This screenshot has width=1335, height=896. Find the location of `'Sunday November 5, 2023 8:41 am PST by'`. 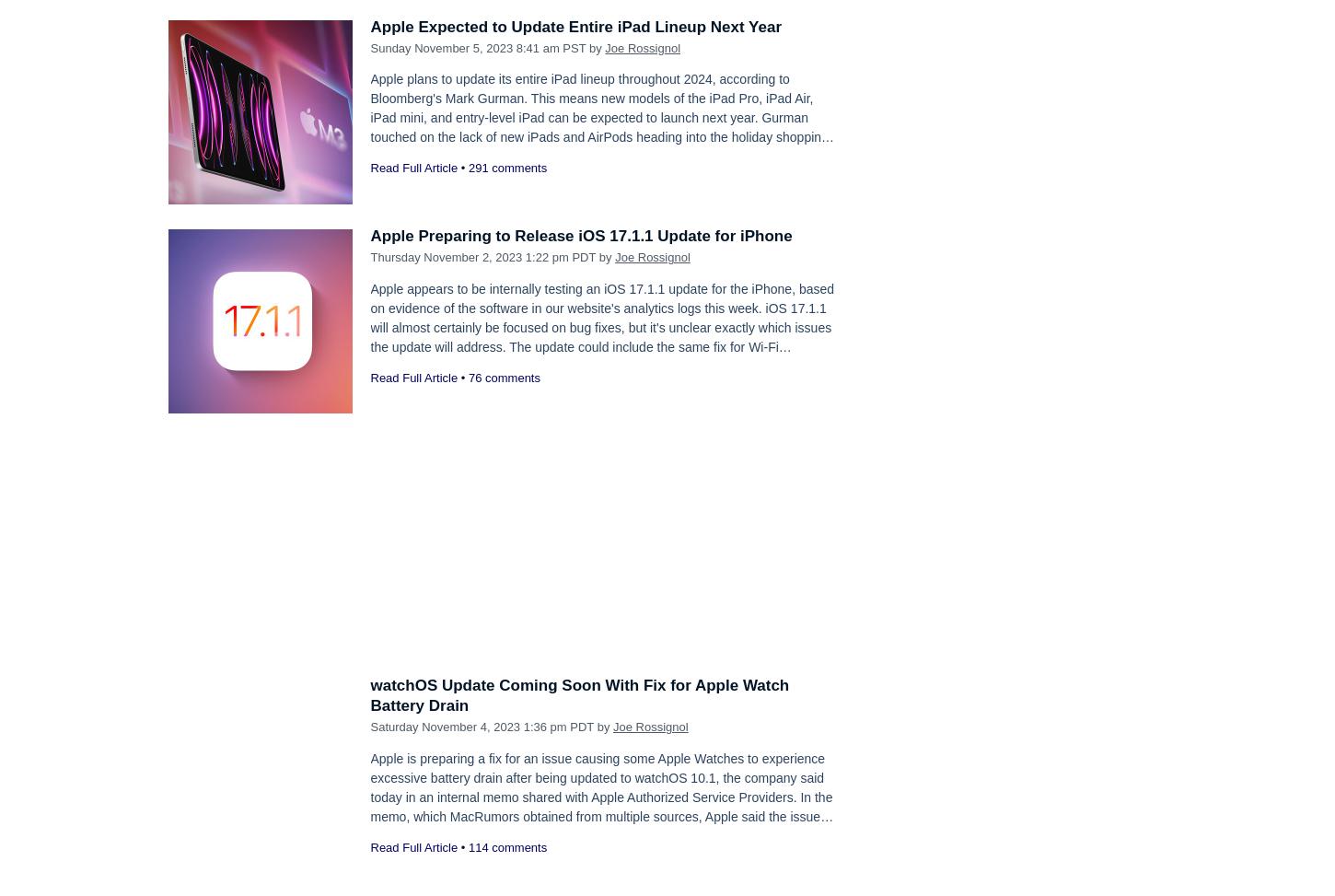

'Sunday November 5, 2023 8:41 am PST by' is located at coordinates (487, 47).